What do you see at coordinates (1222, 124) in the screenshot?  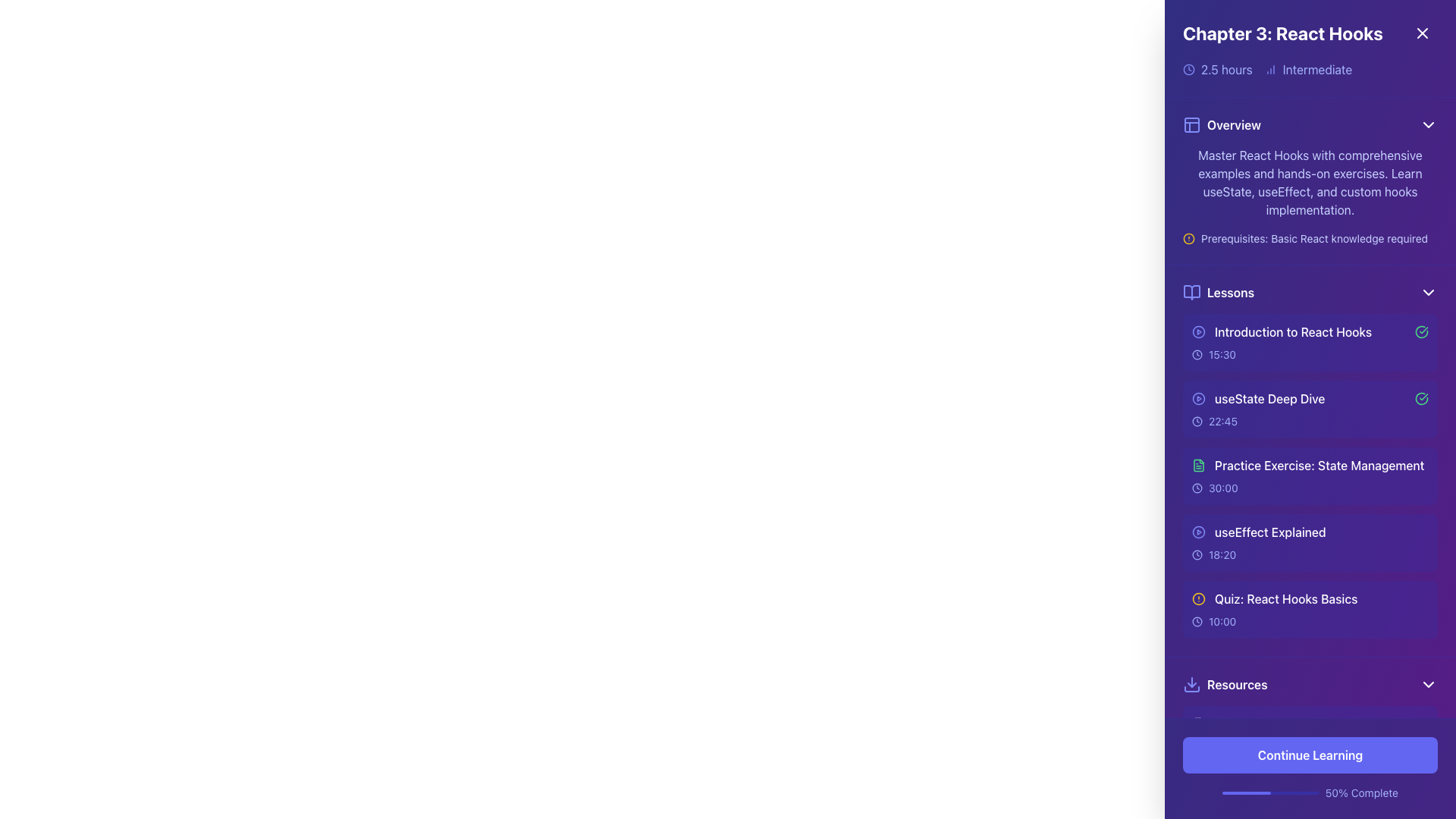 I see `the 'Overview' text element, which has an indigo icon resembling a box layout to its left, located in the sidebar below 'Chapter 3: React Hooks'` at bounding box center [1222, 124].